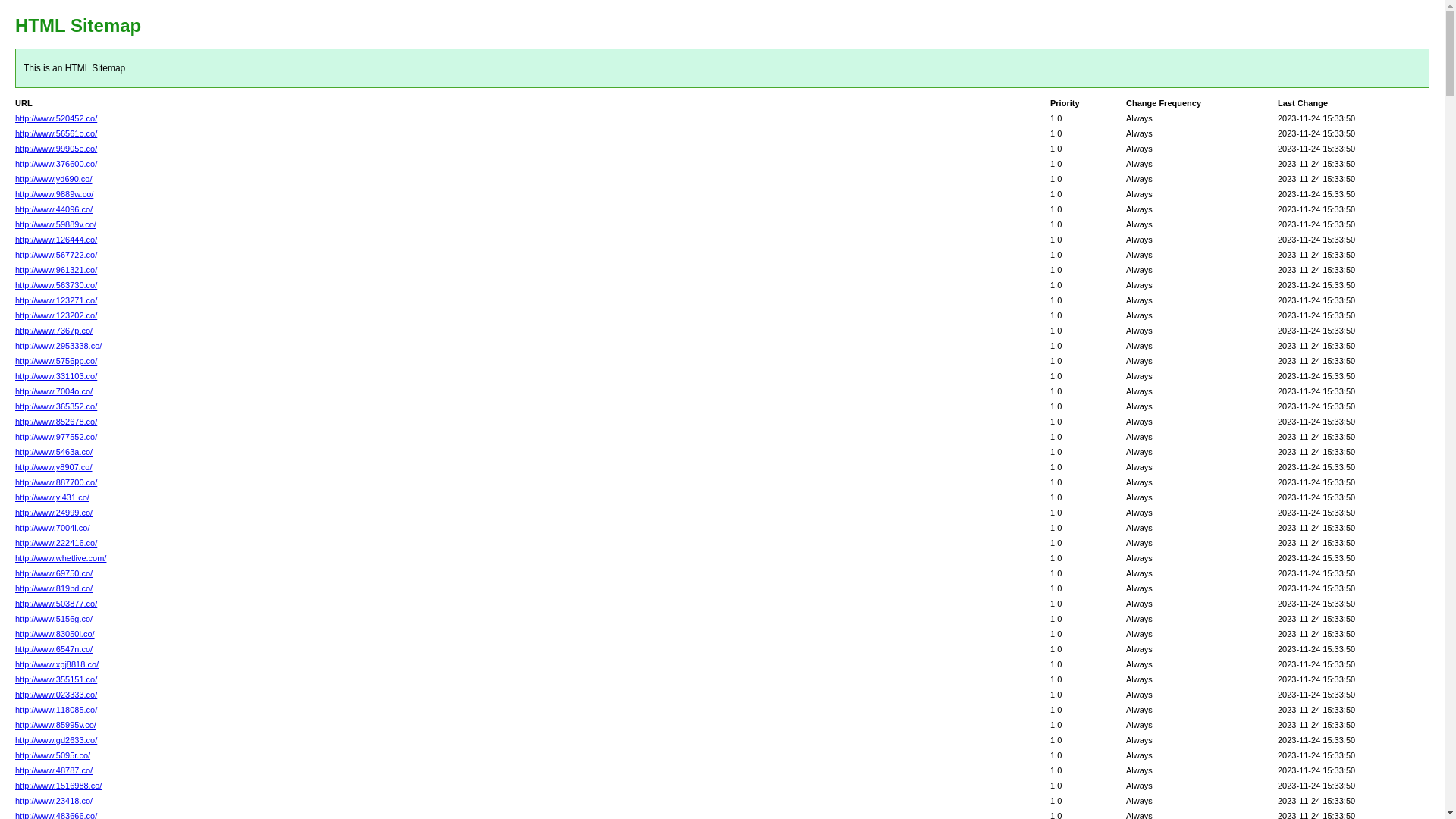 The image size is (1456, 819). Describe the element at coordinates (55, 482) in the screenshot. I see `'http://www.887700.co/'` at that location.